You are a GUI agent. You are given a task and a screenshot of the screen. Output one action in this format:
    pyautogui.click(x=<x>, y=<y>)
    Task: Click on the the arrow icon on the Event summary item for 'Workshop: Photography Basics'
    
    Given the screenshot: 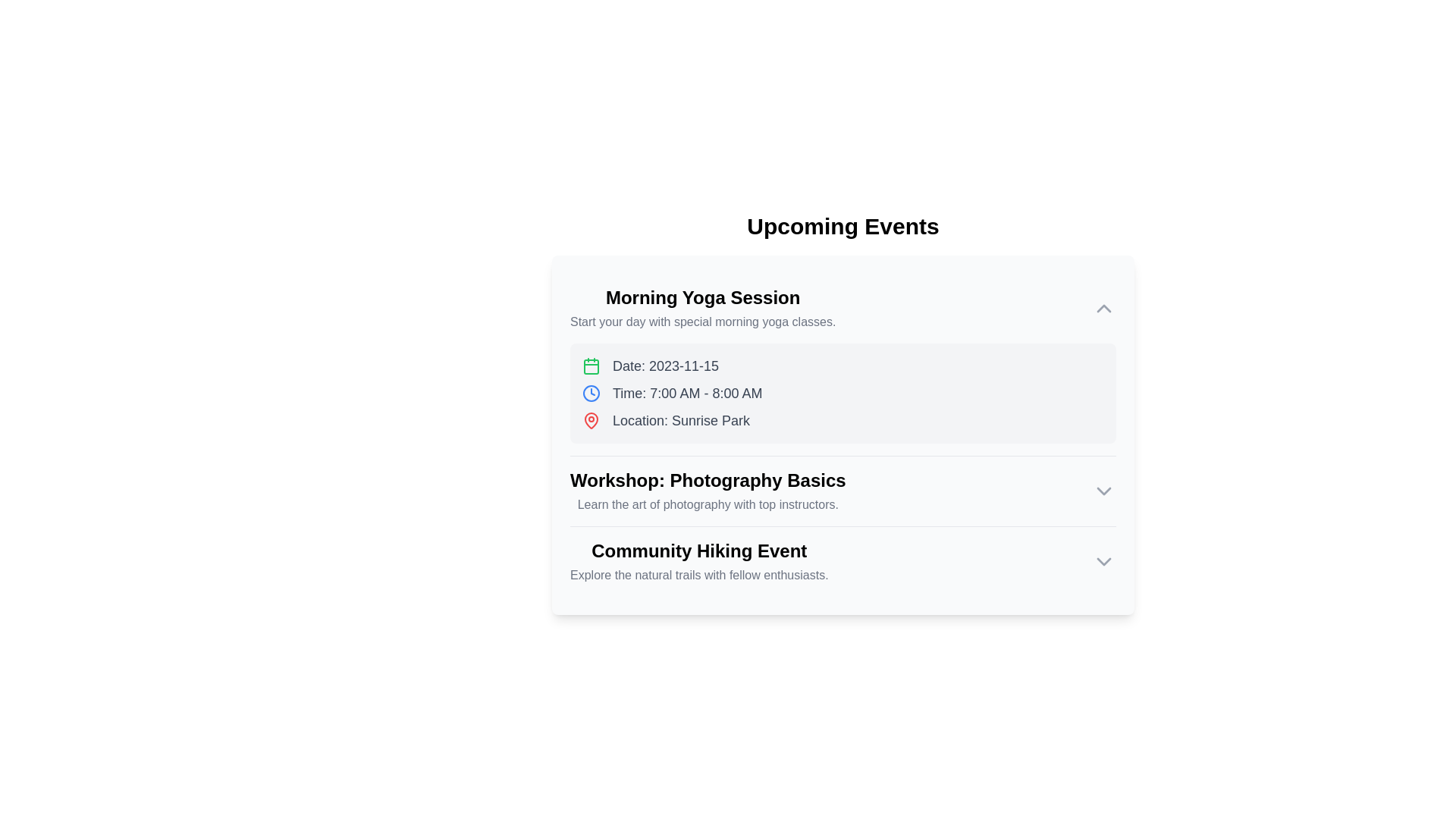 What is the action you would take?
    pyautogui.click(x=843, y=491)
    